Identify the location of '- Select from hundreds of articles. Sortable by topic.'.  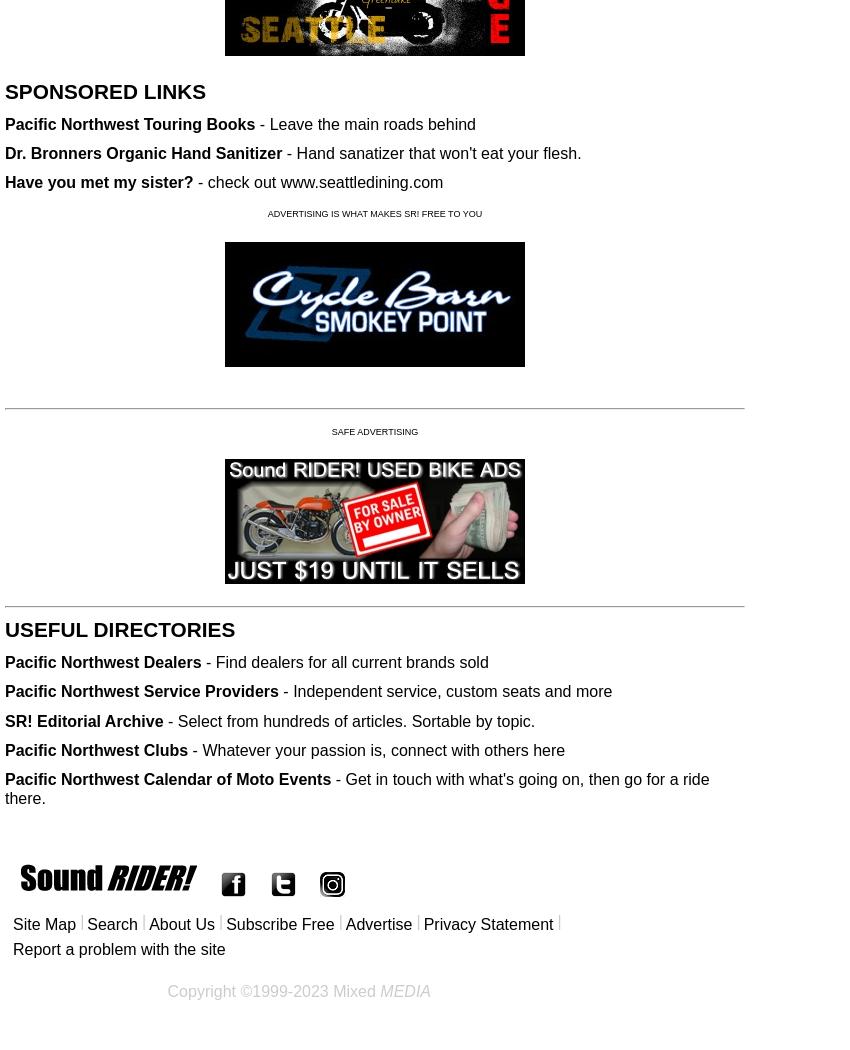
(348, 719).